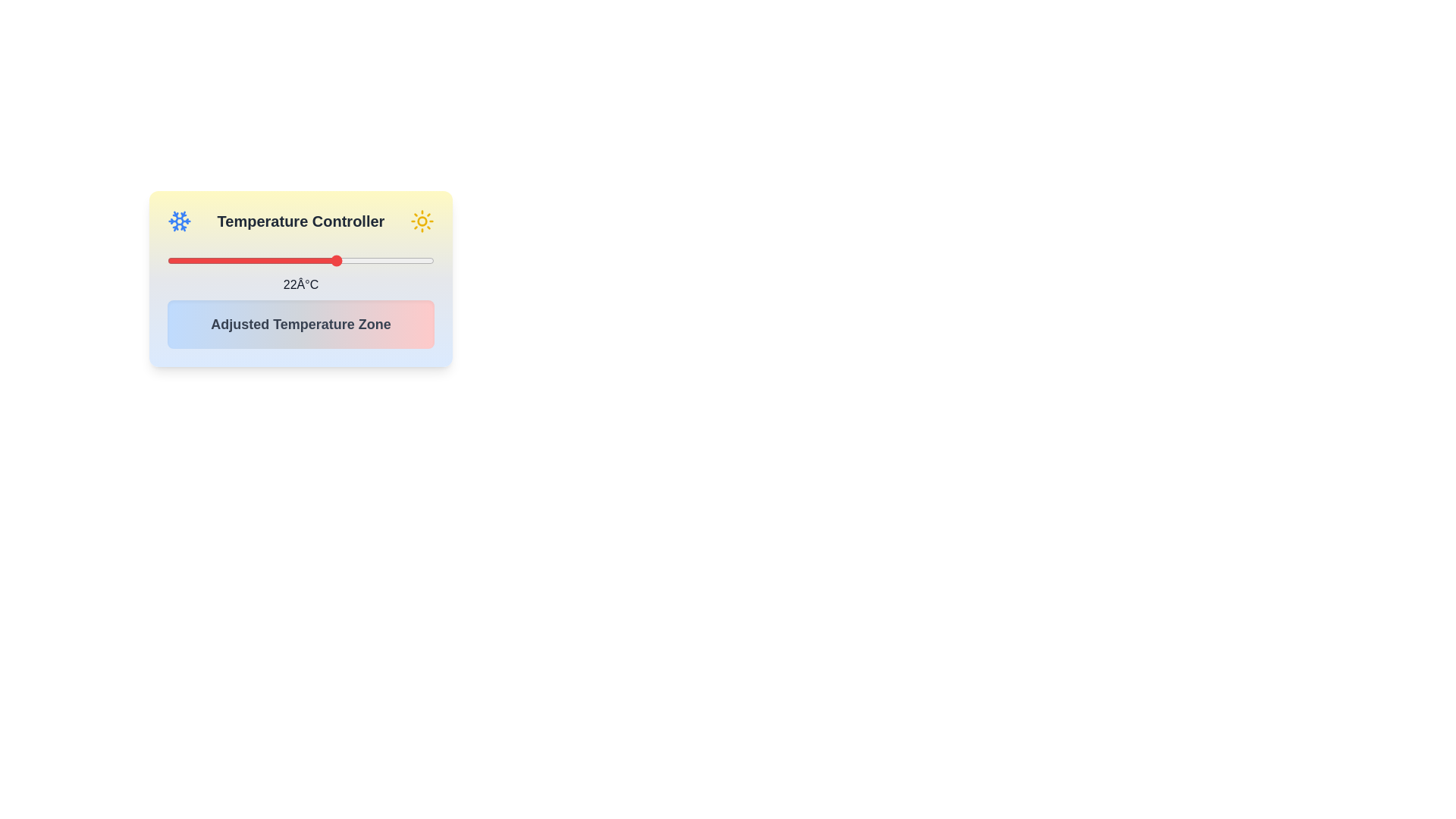 This screenshot has height=819, width=1456. I want to click on the yellow sun icon, which represents bright conditions, located at the top-right corner of the 'Temperature Controller' panel, so click(422, 221).